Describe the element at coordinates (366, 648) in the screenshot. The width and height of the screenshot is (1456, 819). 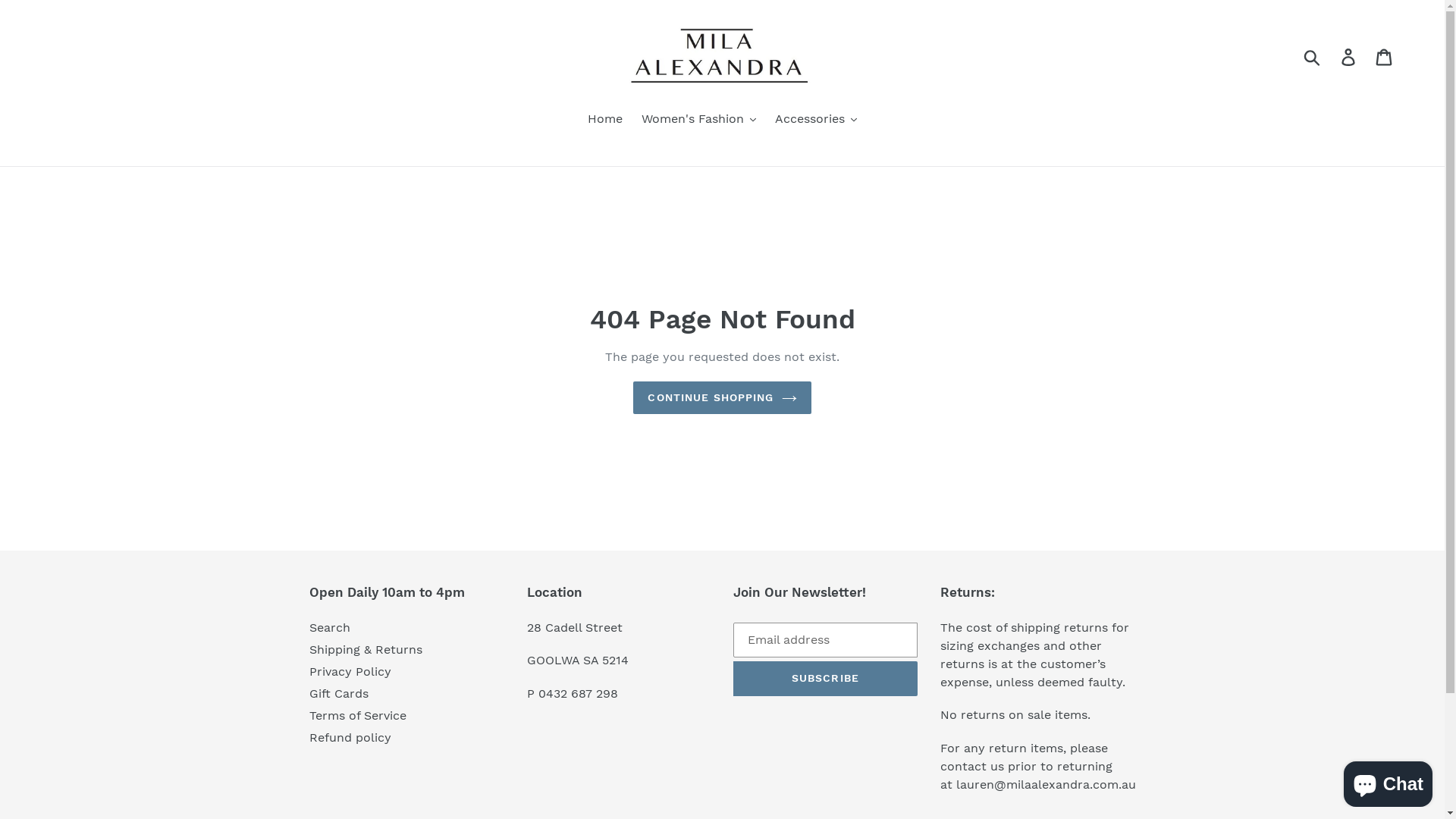
I see `'Shipping & Returns'` at that location.